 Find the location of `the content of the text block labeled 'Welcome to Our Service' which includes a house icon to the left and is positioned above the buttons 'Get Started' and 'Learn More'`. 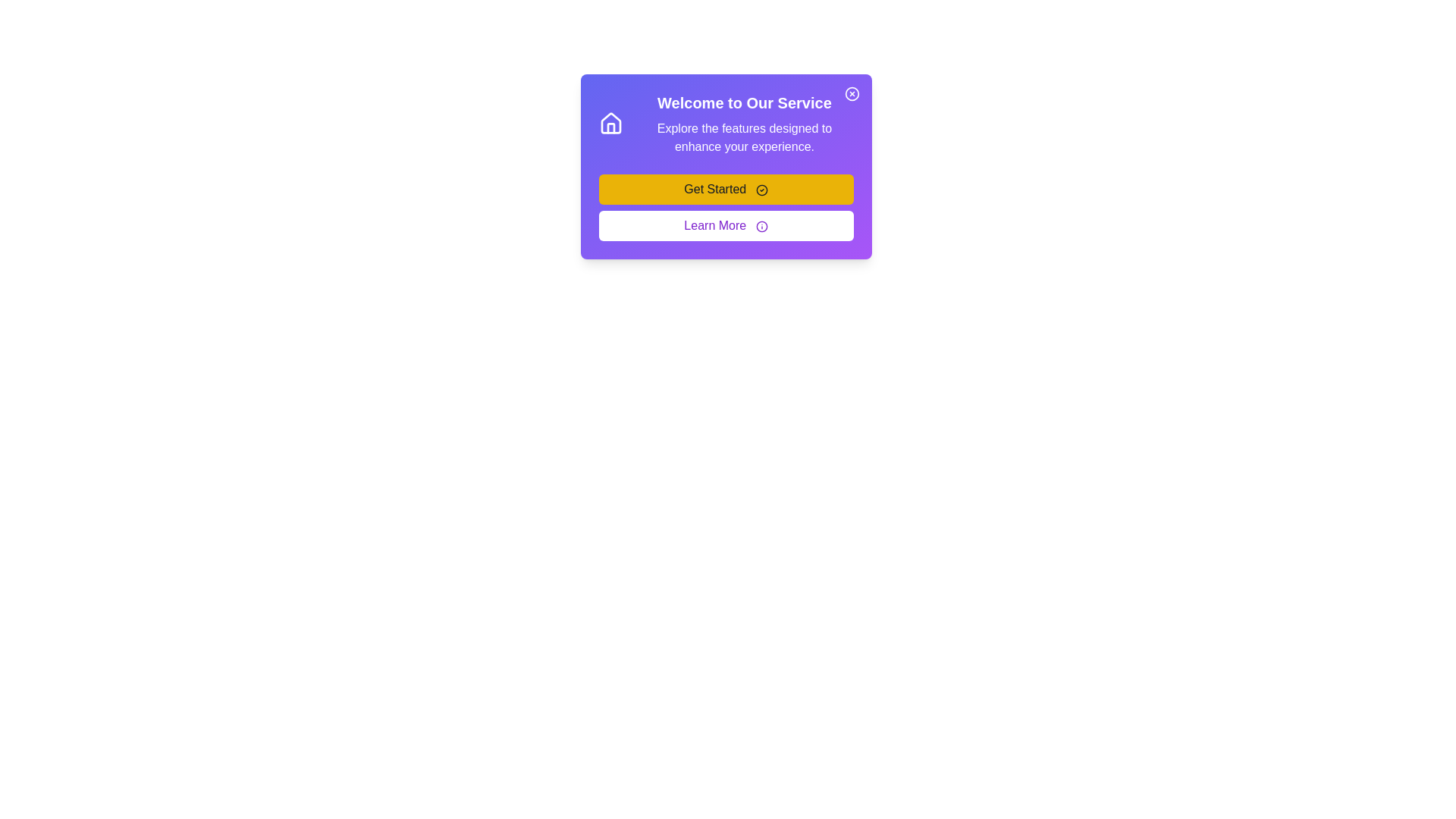

the content of the text block labeled 'Welcome to Our Service' which includes a house icon to the left and is positioned above the buttons 'Get Started' and 'Learn More' is located at coordinates (725, 124).